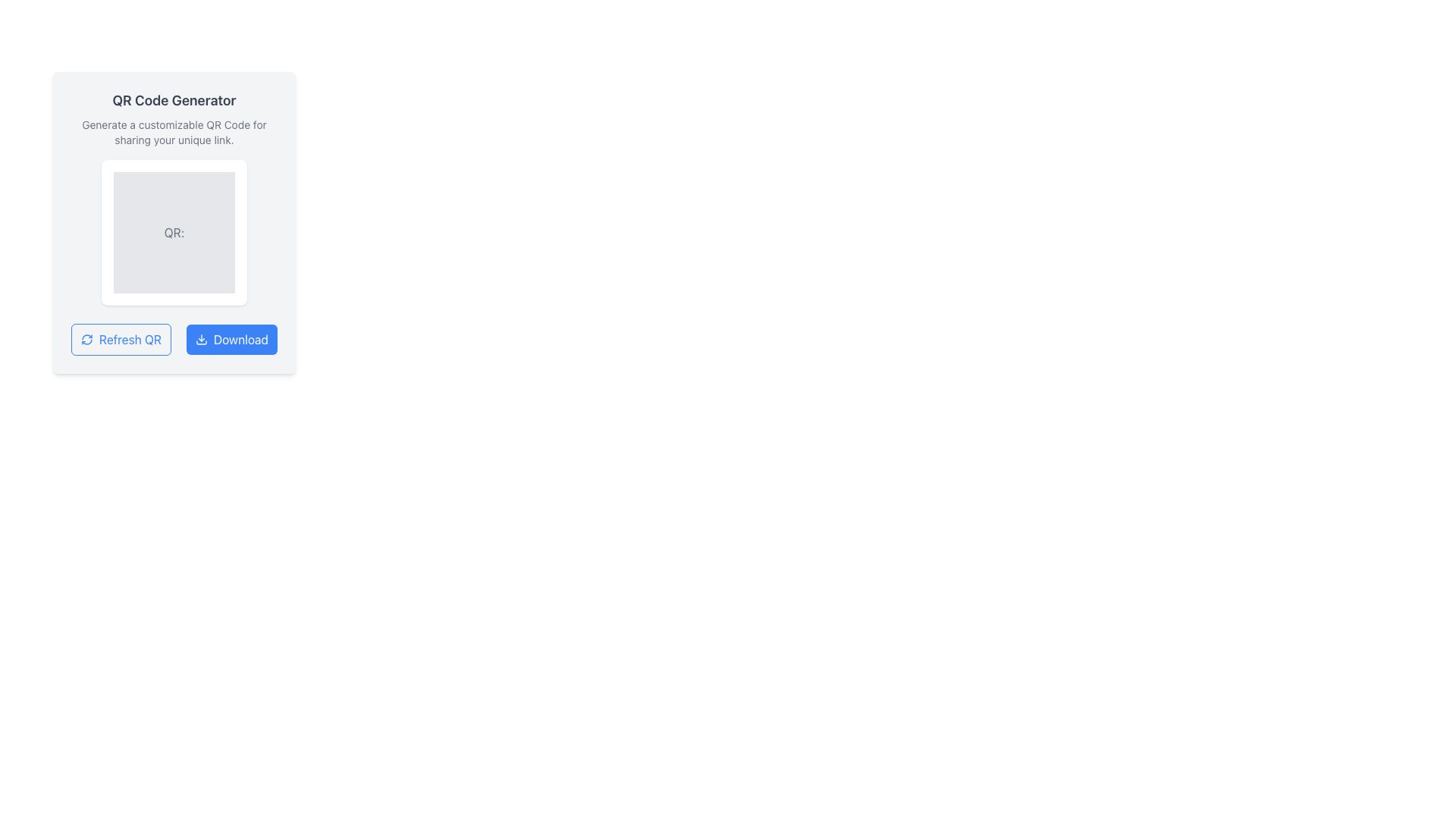 This screenshot has height=819, width=1456. Describe the element at coordinates (174, 233) in the screenshot. I see `Text Label that serves as a placeholder for the QR code graphic, located at the center of the 'QR Code Generator' card UI` at that location.